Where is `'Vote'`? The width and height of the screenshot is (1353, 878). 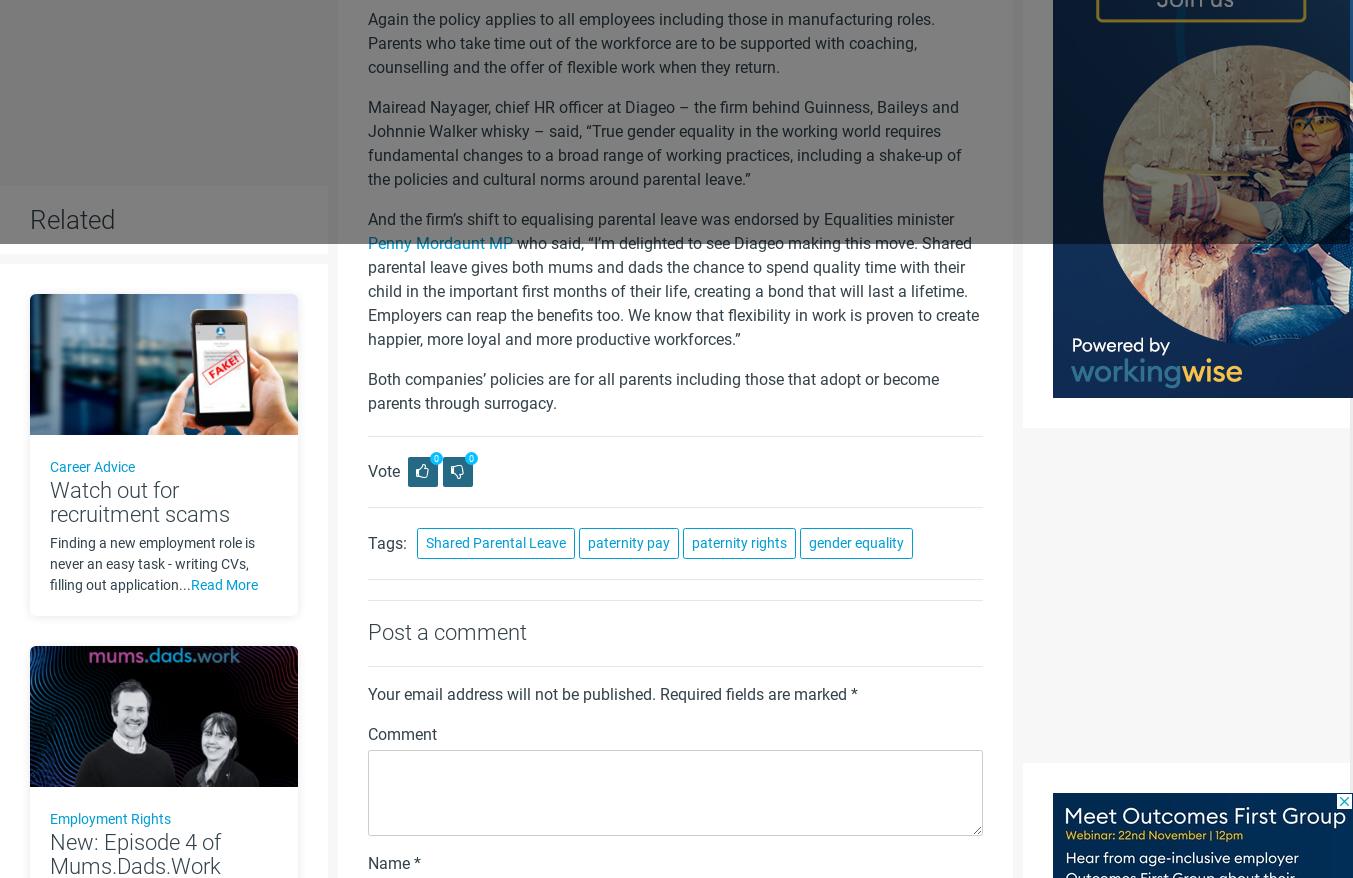 'Vote' is located at coordinates (365, 470).